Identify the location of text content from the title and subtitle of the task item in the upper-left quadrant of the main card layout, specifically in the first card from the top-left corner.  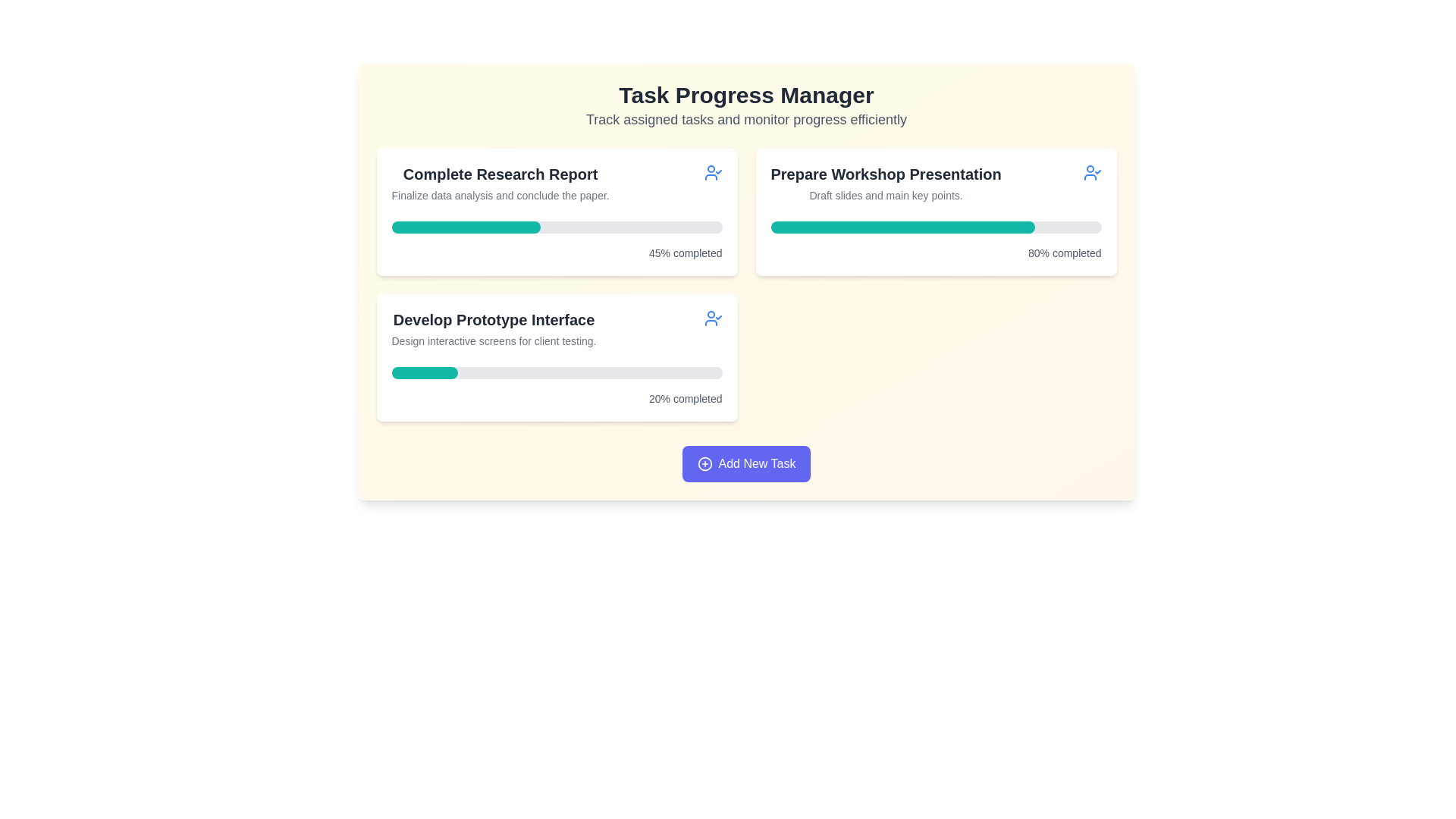
(556, 183).